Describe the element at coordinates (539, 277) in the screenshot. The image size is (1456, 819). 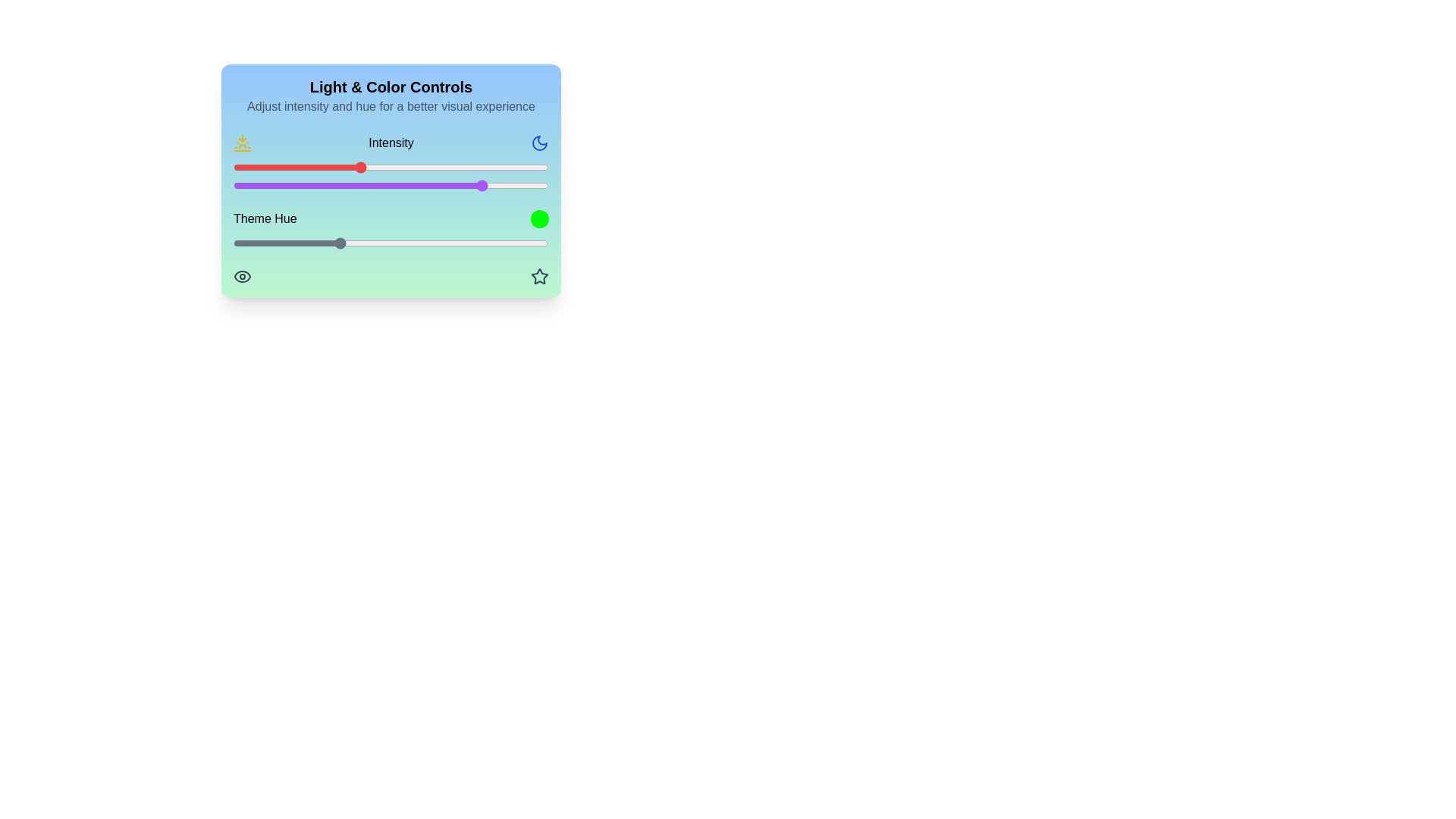
I see `the star icon button located in the bottom-right corner of the 'Light & Color Controls' card` at that location.